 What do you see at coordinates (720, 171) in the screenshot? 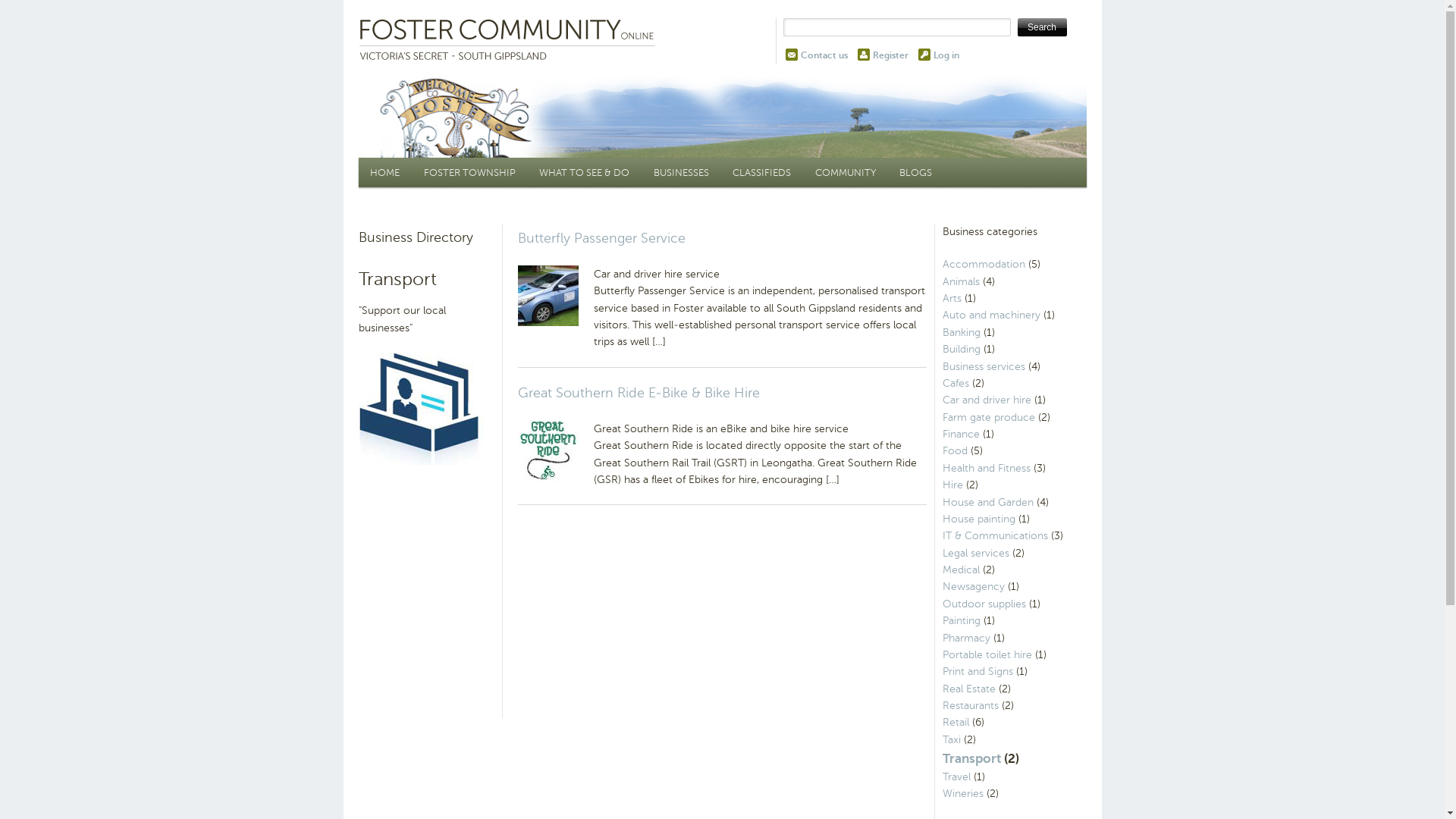
I see `'CLASSIFIEDS'` at bounding box center [720, 171].